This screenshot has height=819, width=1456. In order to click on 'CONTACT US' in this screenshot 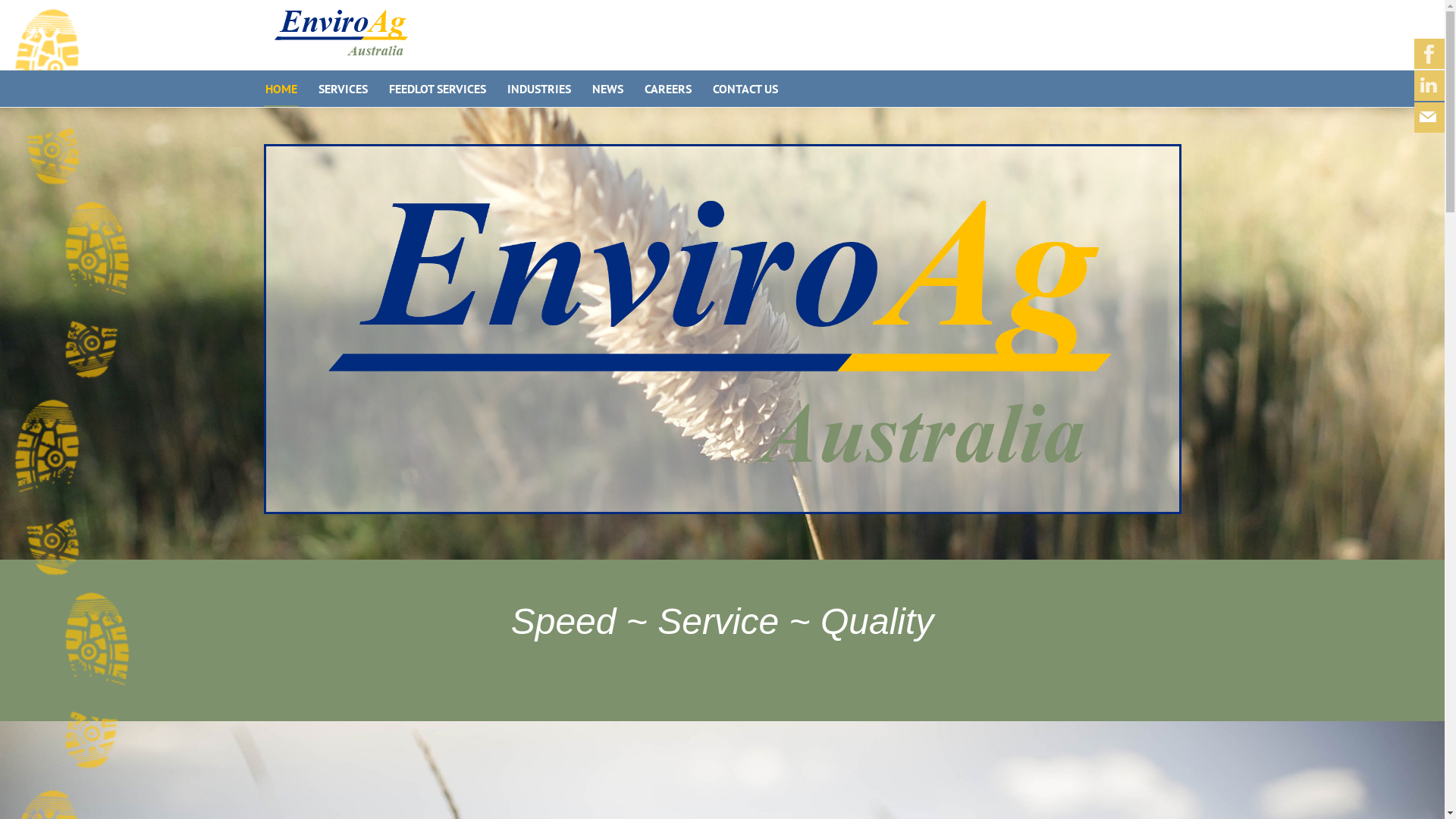, I will do `click(710, 88)`.